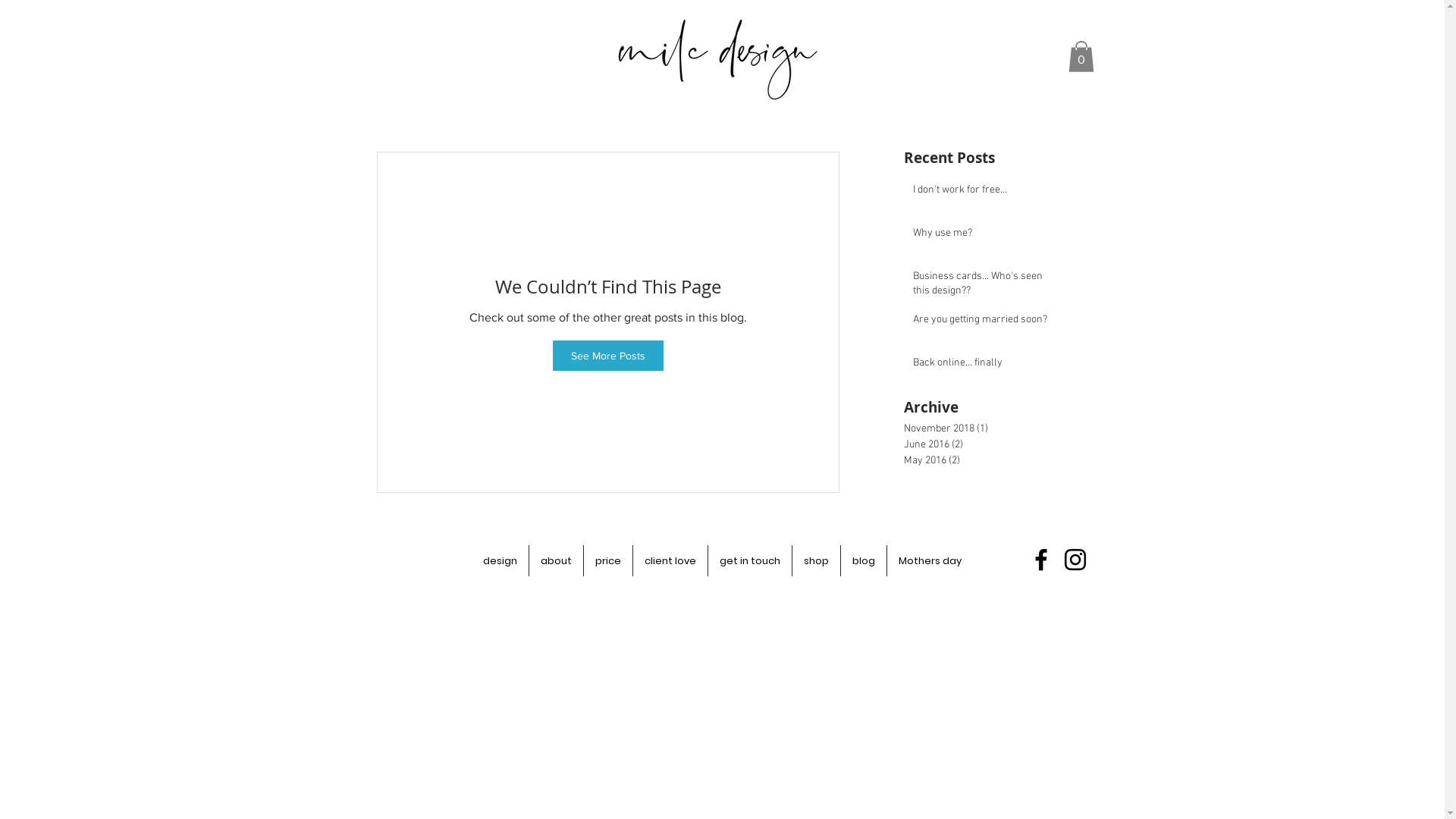 The image size is (1456, 819). What do you see at coordinates (863, 560) in the screenshot?
I see `'blog'` at bounding box center [863, 560].